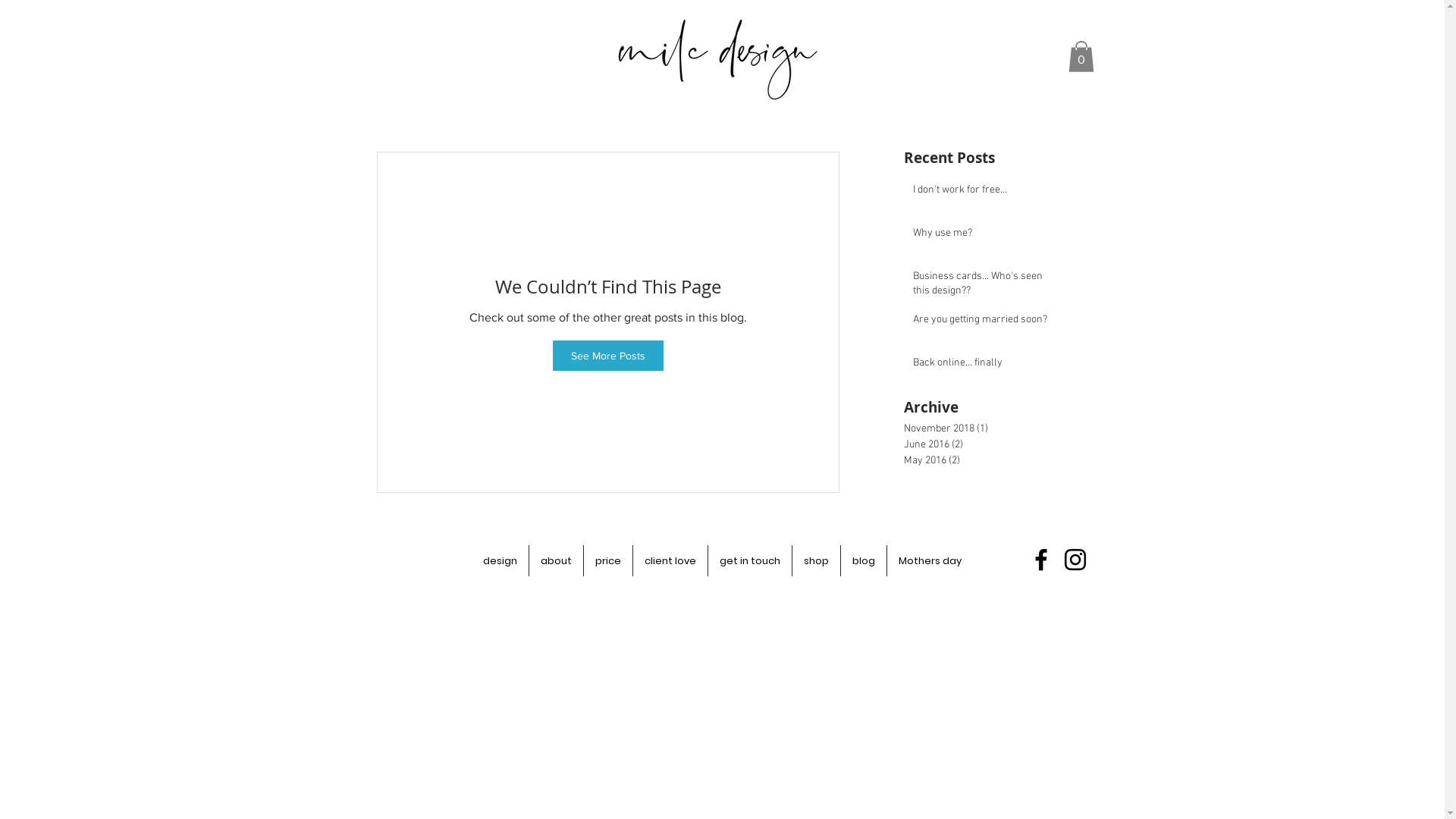 The image size is (1456, 819). What do you see at coordinates (863, 560) in the screenshot?
I see `'blog'` at bounding box center [863, 560].